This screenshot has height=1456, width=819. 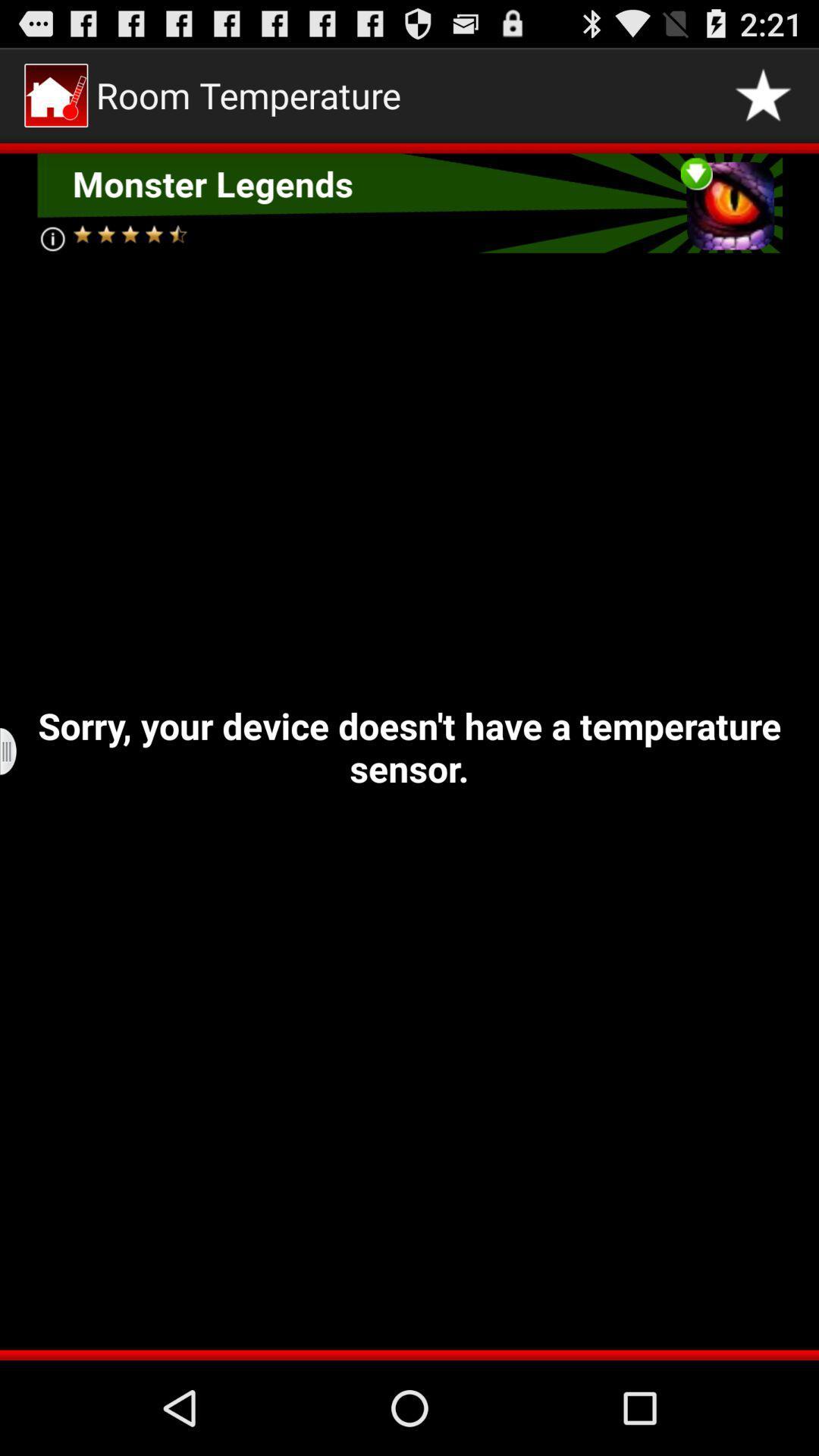 I want to click on the item on the left, so click(x=17, y=752).